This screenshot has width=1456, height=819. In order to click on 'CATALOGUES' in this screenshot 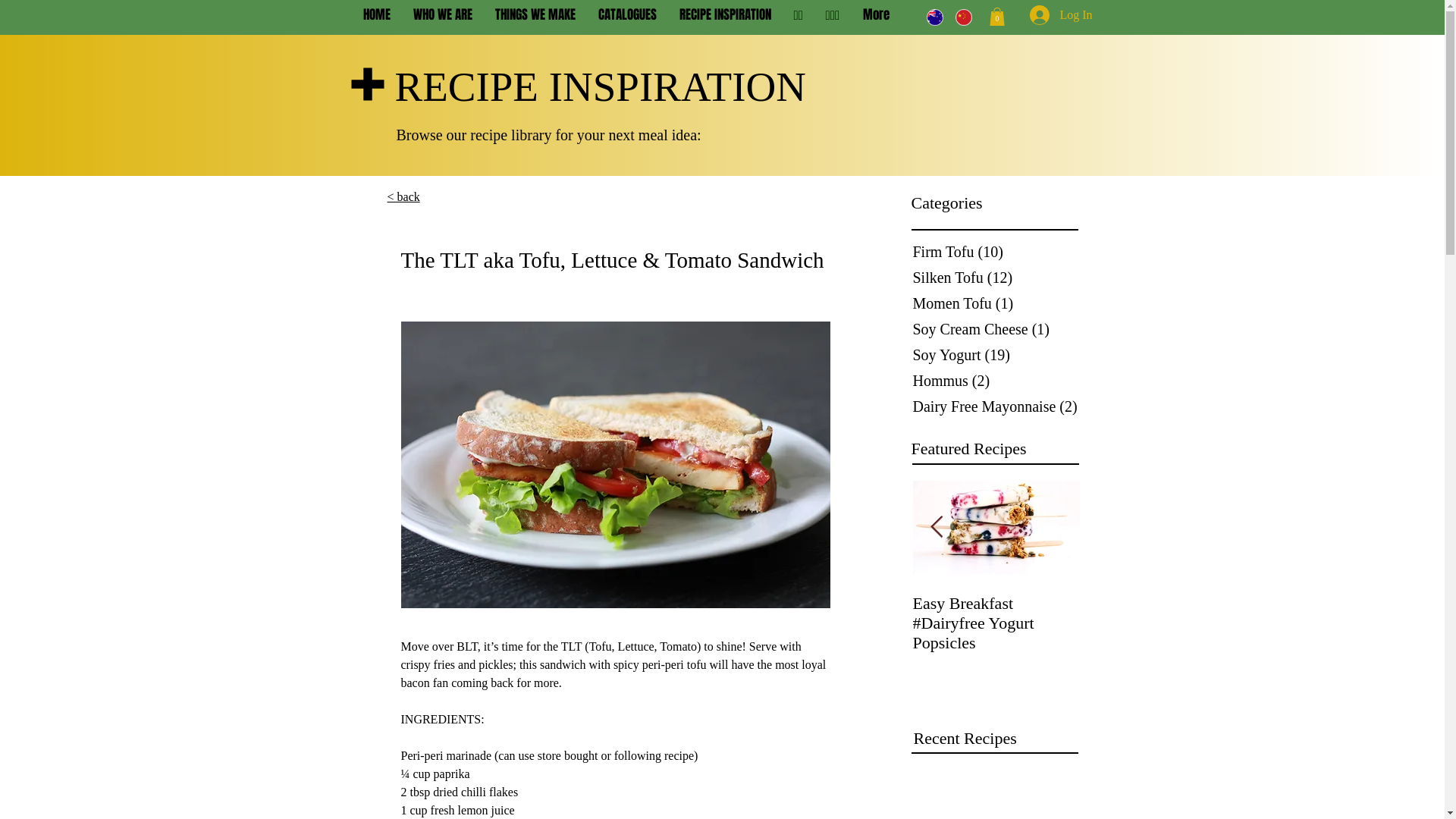, I will do `click(585, 14)`.